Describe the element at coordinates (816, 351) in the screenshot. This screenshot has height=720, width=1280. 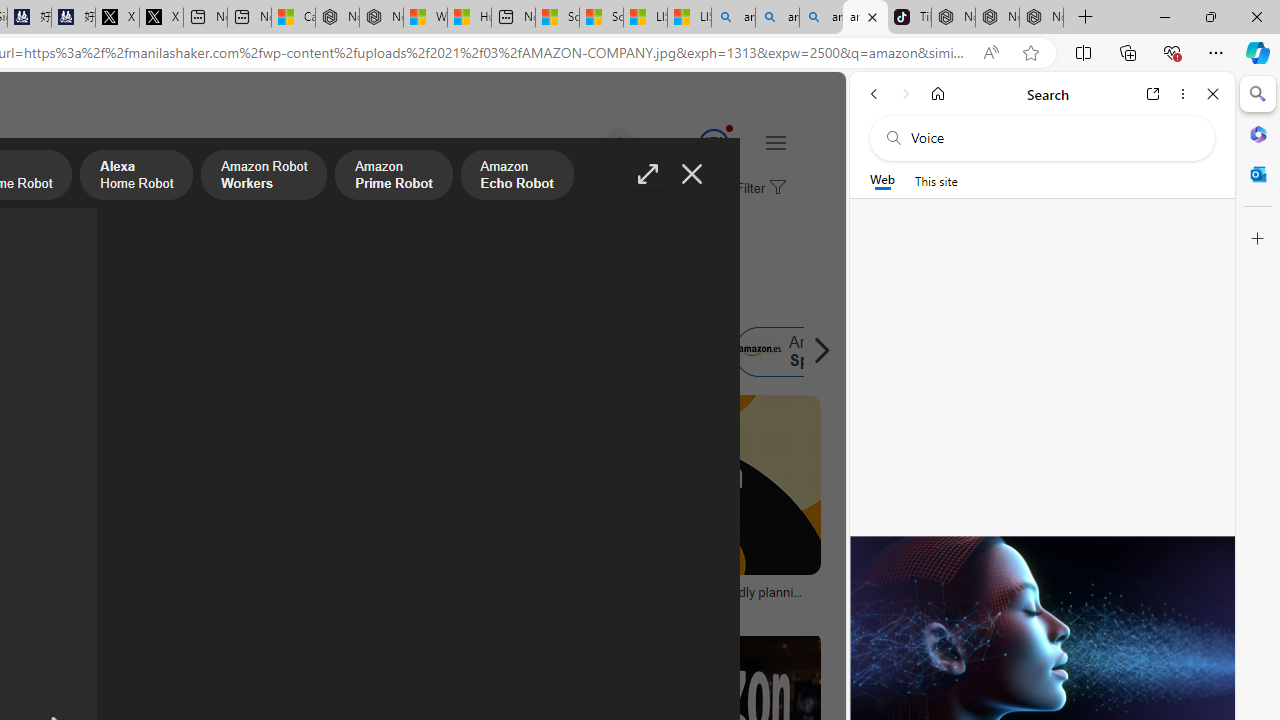
I see `'Scroll right'` at that location.